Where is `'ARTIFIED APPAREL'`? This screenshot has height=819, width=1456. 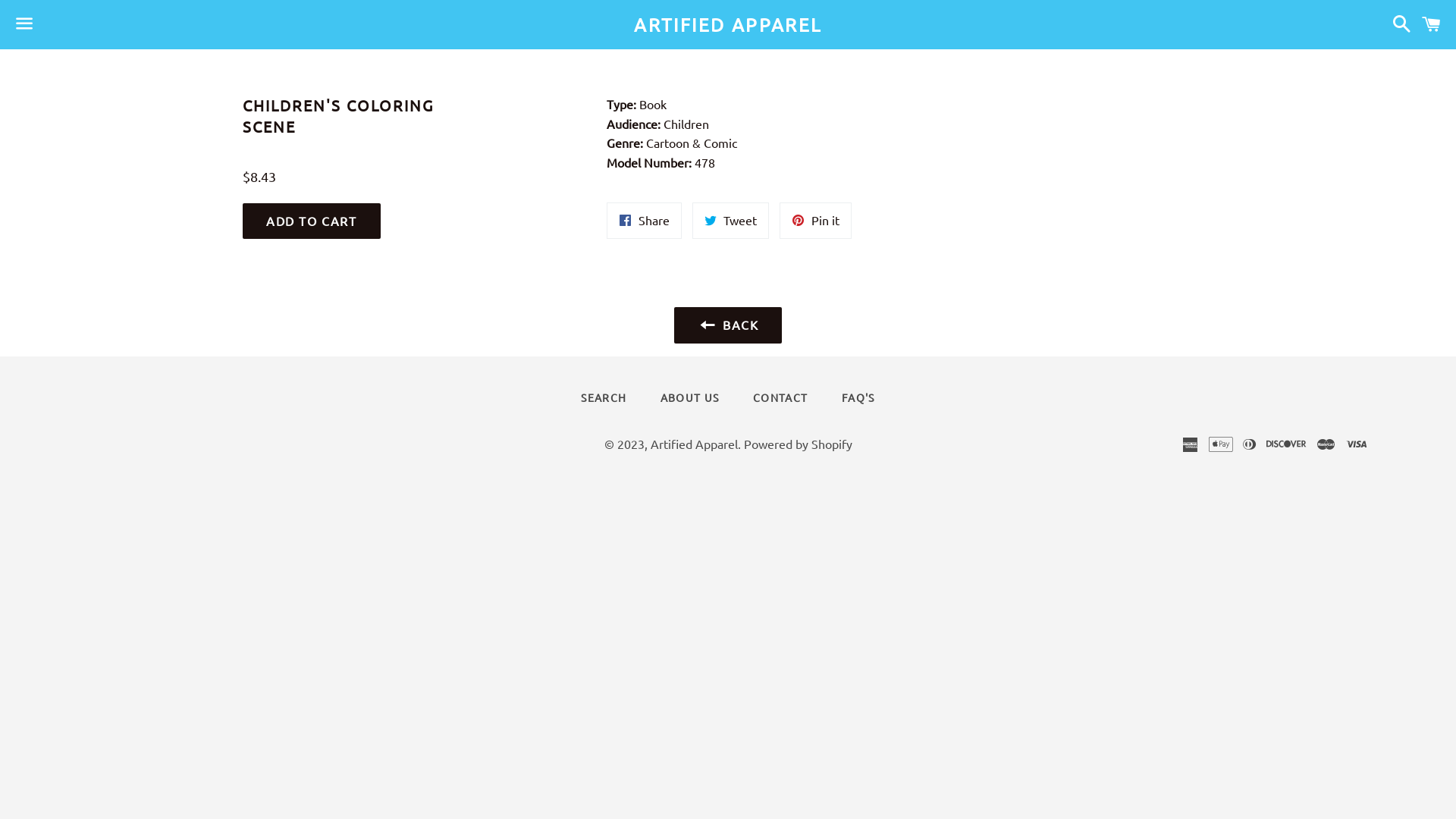 'ARTIFIED APPAREL' is located at coordinates (247, 25).